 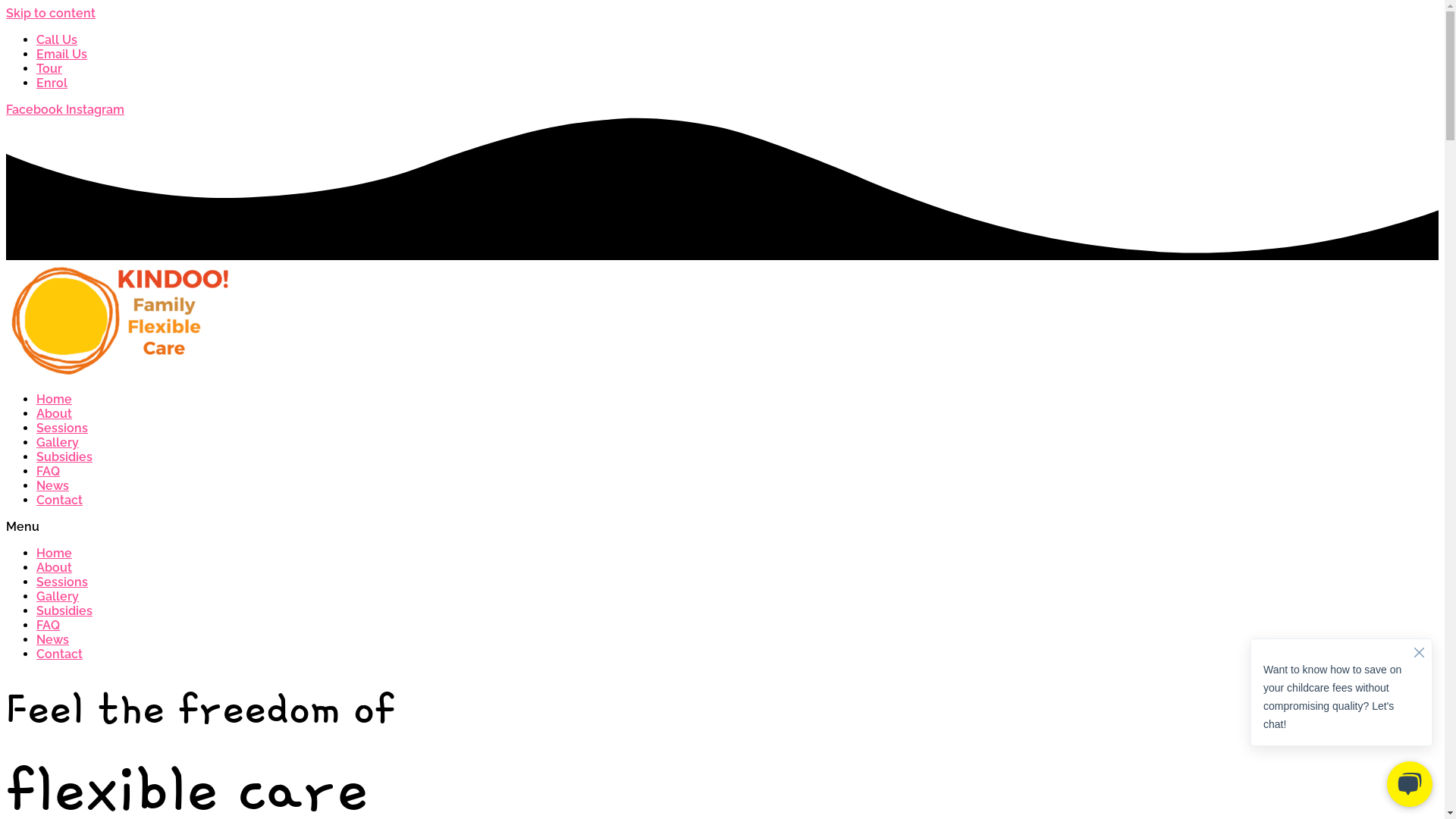 I want to click on 'Home', so click(x=54, y=553).